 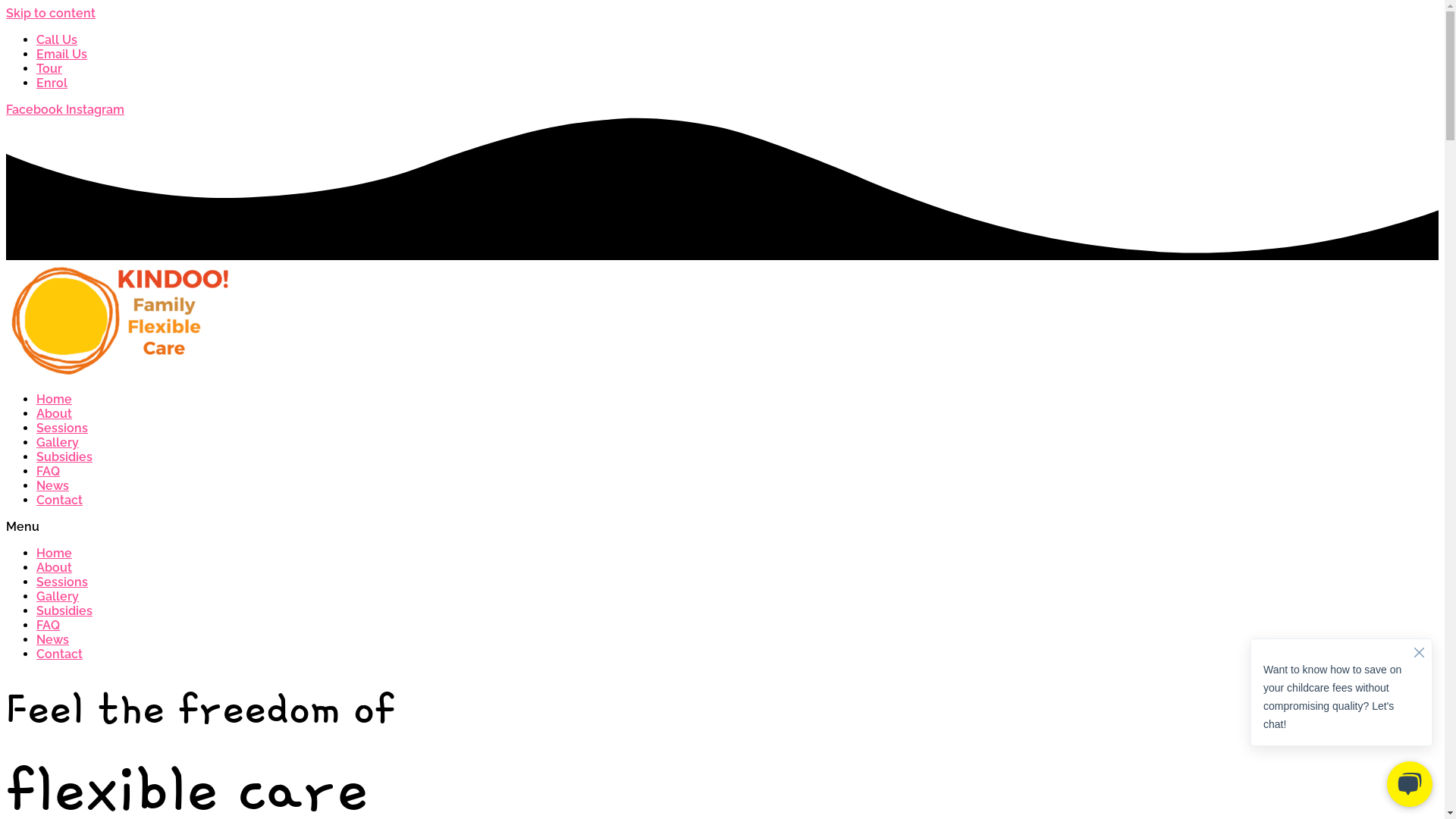 I want to click on 'Home', so click(x=54, y=553).